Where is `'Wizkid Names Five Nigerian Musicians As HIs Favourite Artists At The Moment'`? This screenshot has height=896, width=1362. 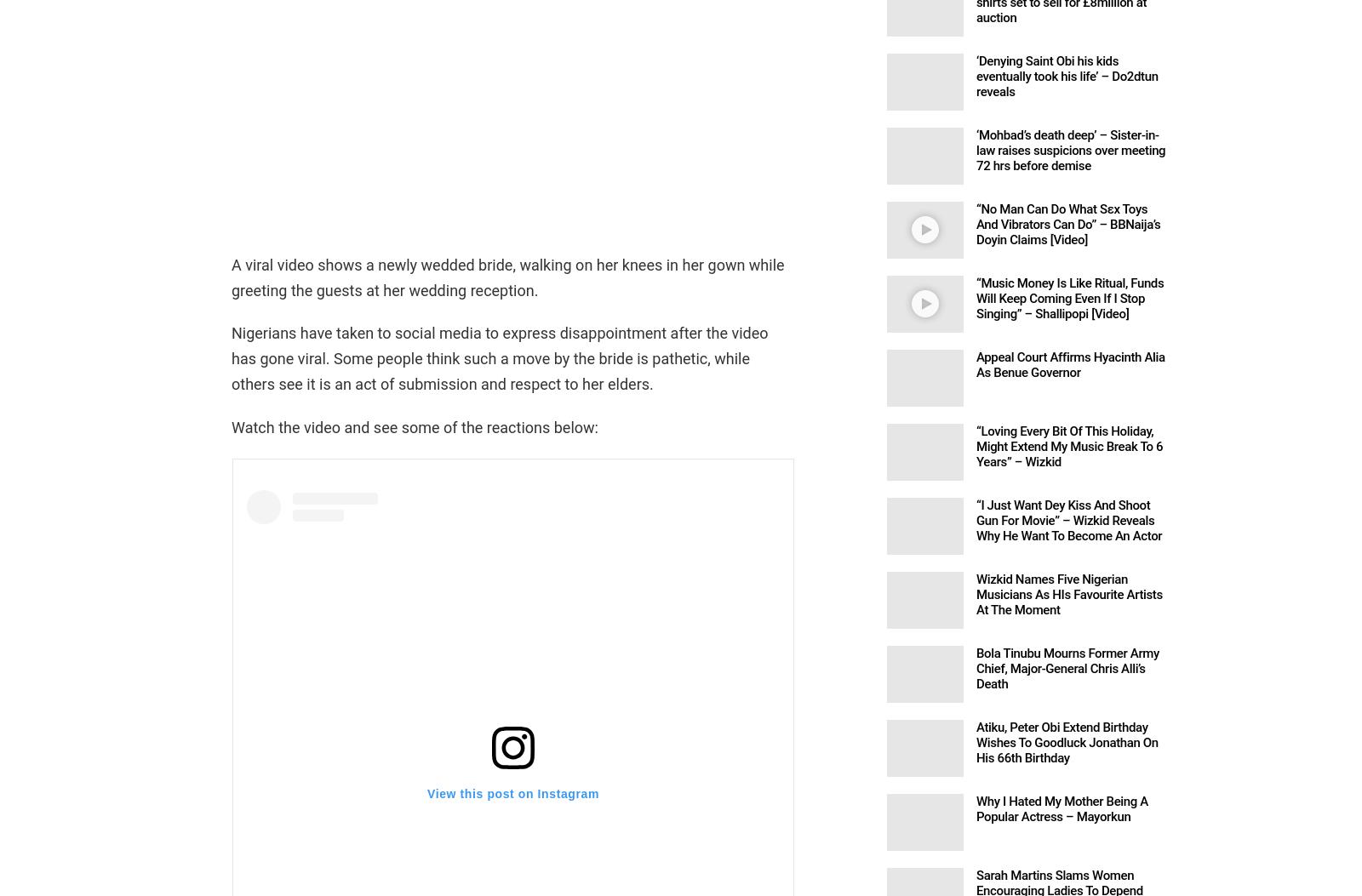
'Wizkid Names Five Nigerian Musicians As HIs Favourite Artists At The Moment' is located at coordinates (1068, 594).